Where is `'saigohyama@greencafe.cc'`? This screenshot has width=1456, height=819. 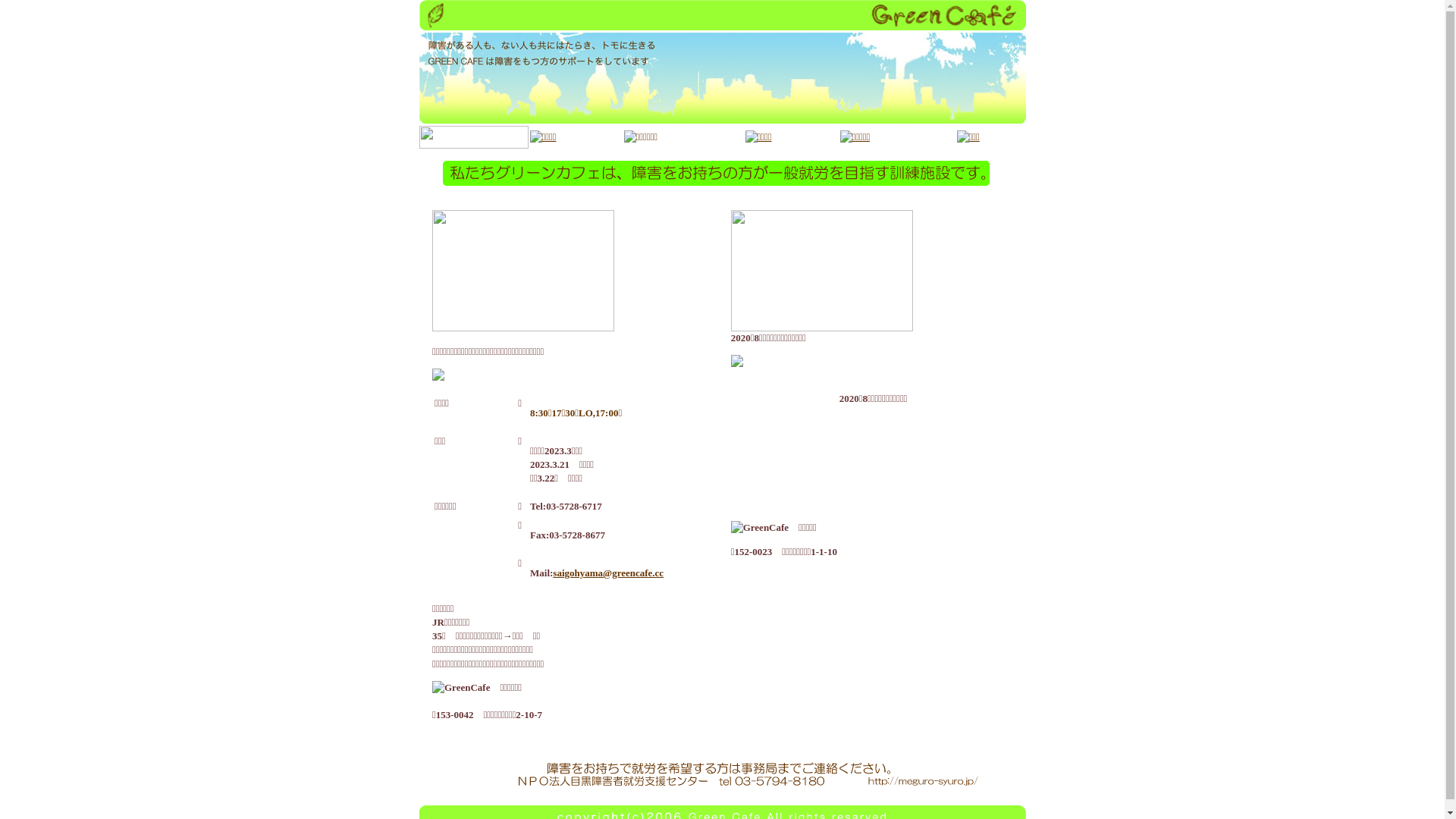
'saigohyama@greencafe.cc' is located at coordinates (552, 573).